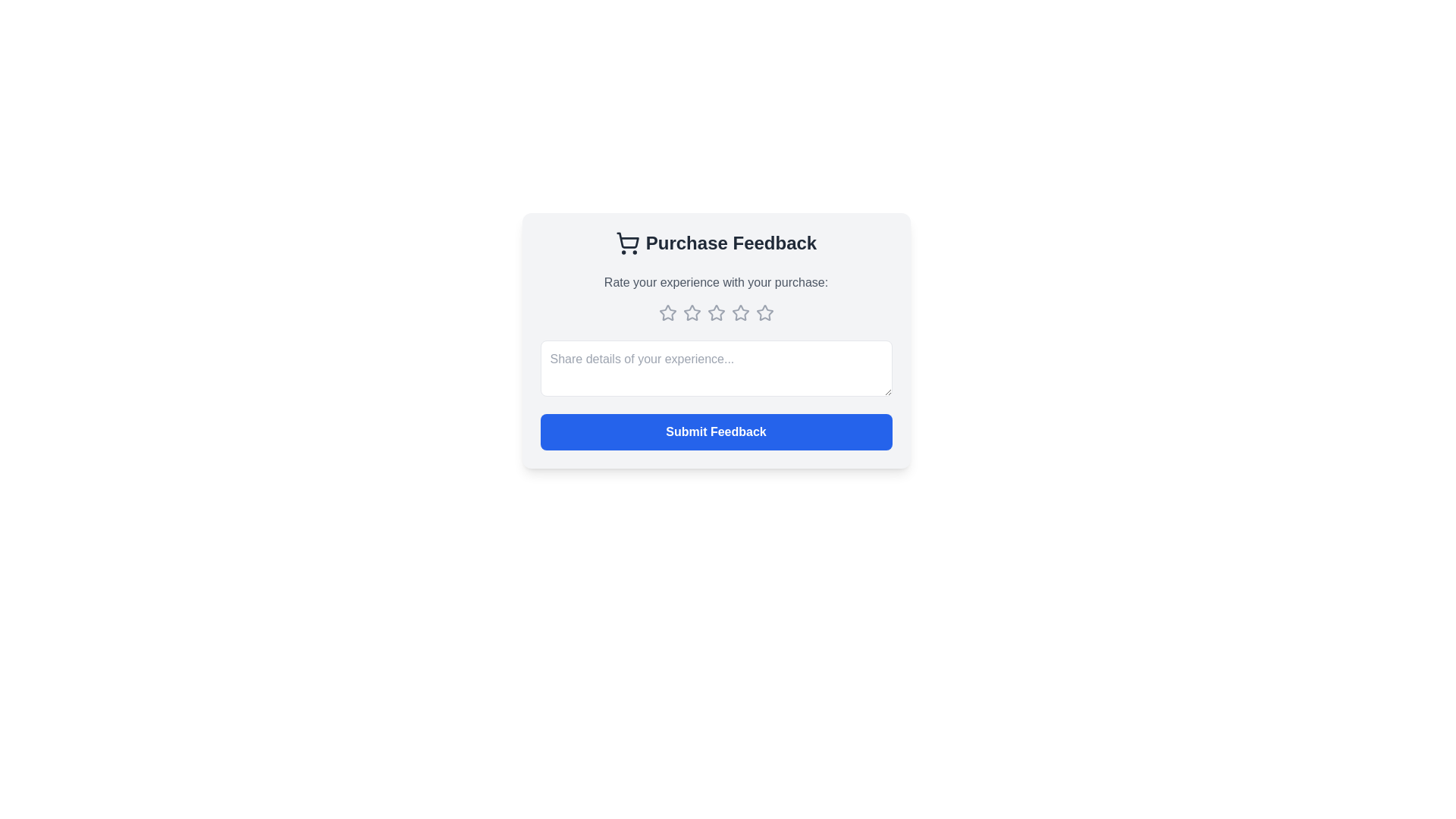  What do you see at coordinates (715, 312) in the screenshot?
I see `the star in the Rating component located beneath the label 'Rate your experience with your purchase:'` at bounding box center [715, 312].